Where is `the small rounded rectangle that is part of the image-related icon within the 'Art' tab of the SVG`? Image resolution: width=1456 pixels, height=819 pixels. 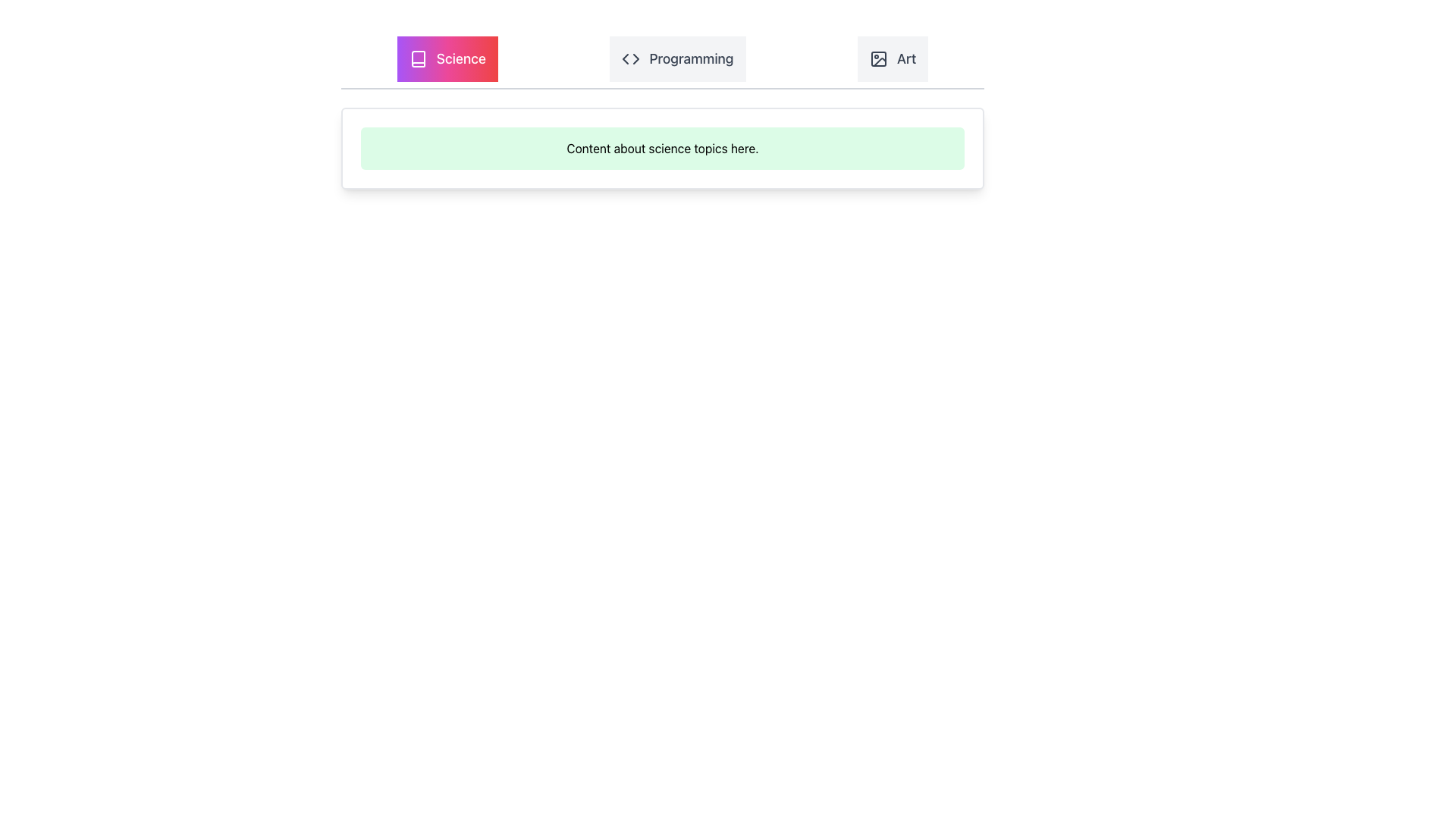 the small rounded rectangle that is part of the image-related icon within the 'Art' tab of the SVG is located at coordinates (878, 58).